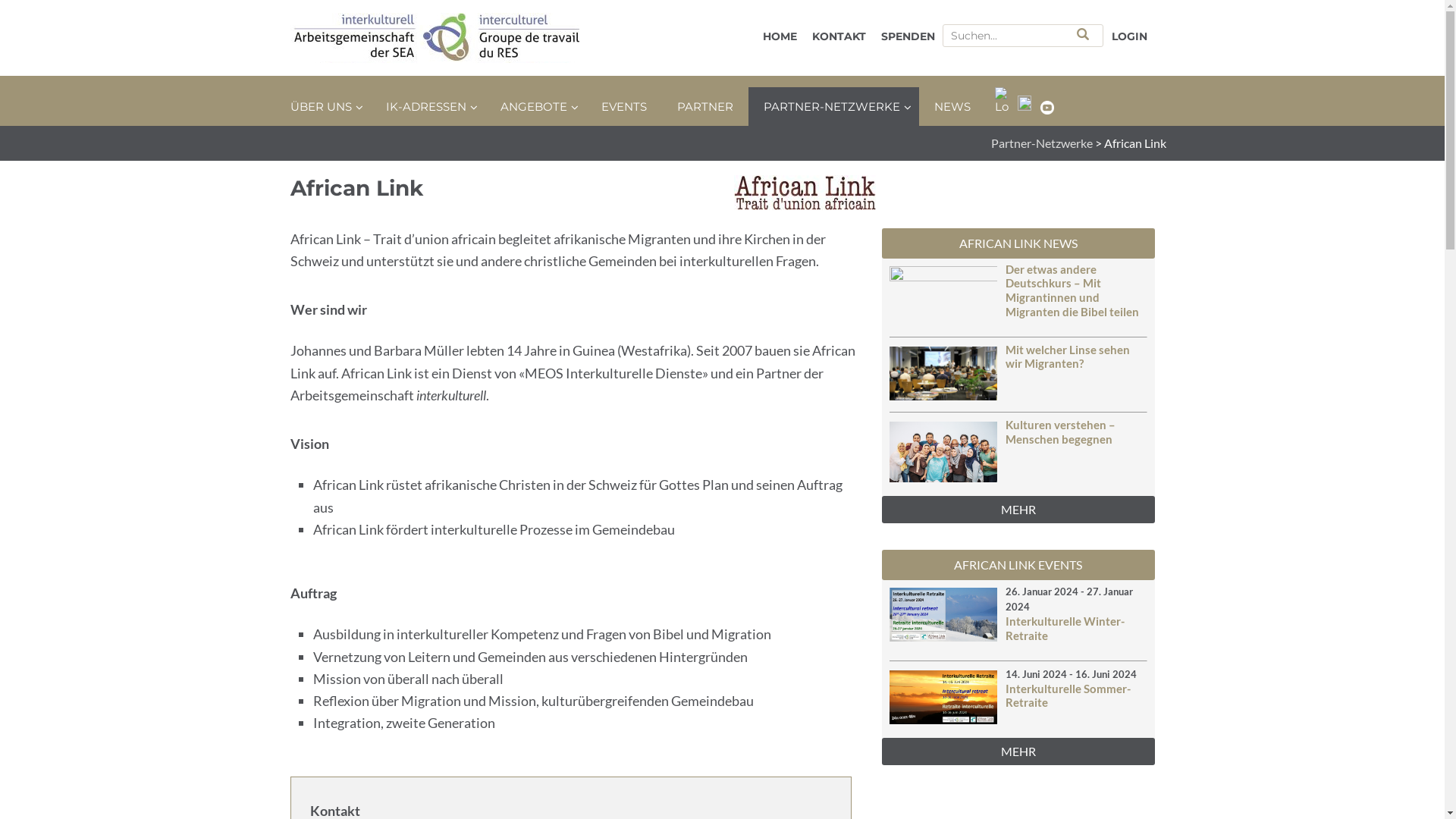  What do you see at coordinates (1040, 142) in the screenshot?
I see `'Partner-Netzwerke'` at bounding box center [1040, 142].